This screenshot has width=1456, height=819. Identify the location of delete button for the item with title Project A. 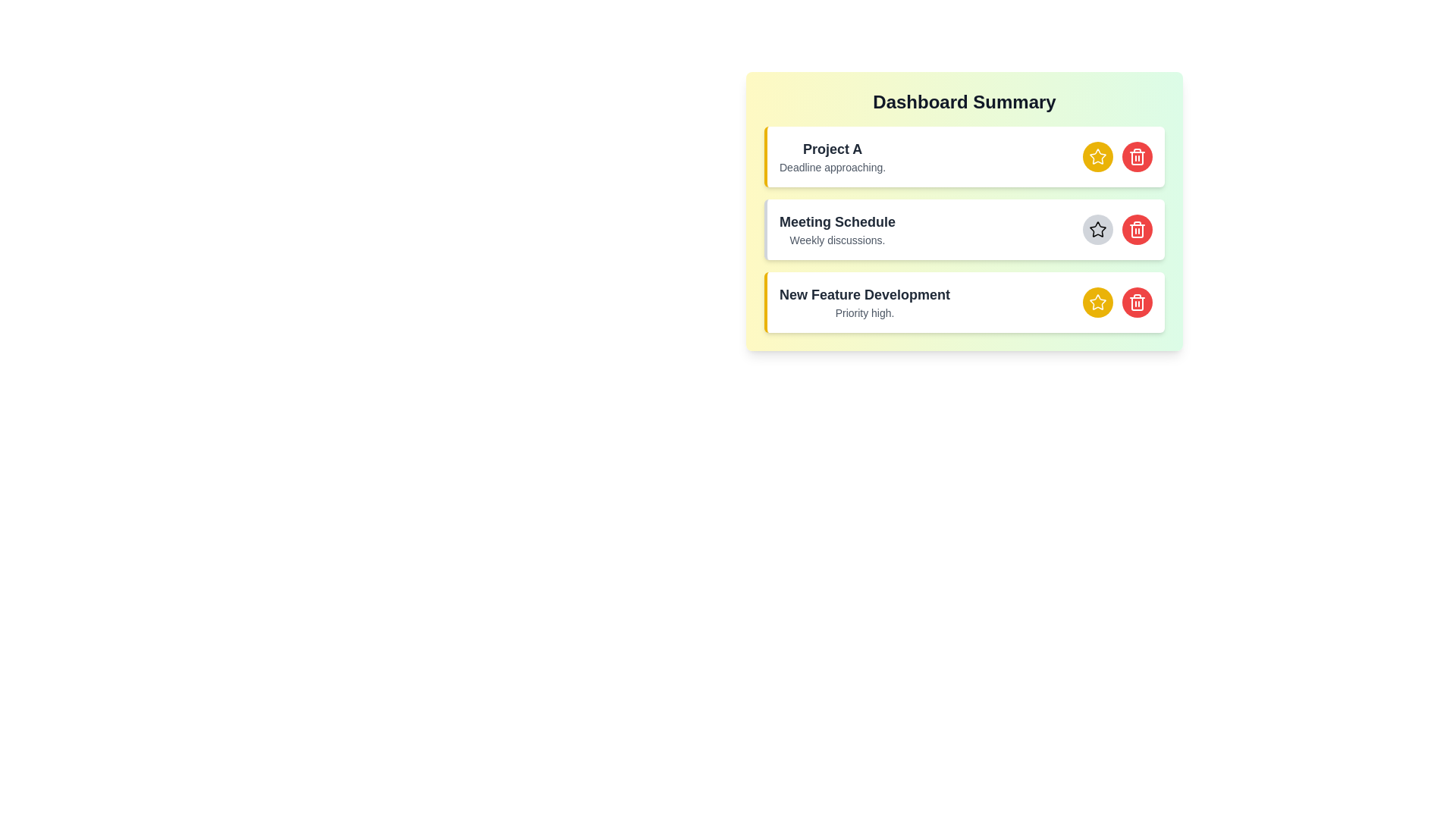
(1137, 157).